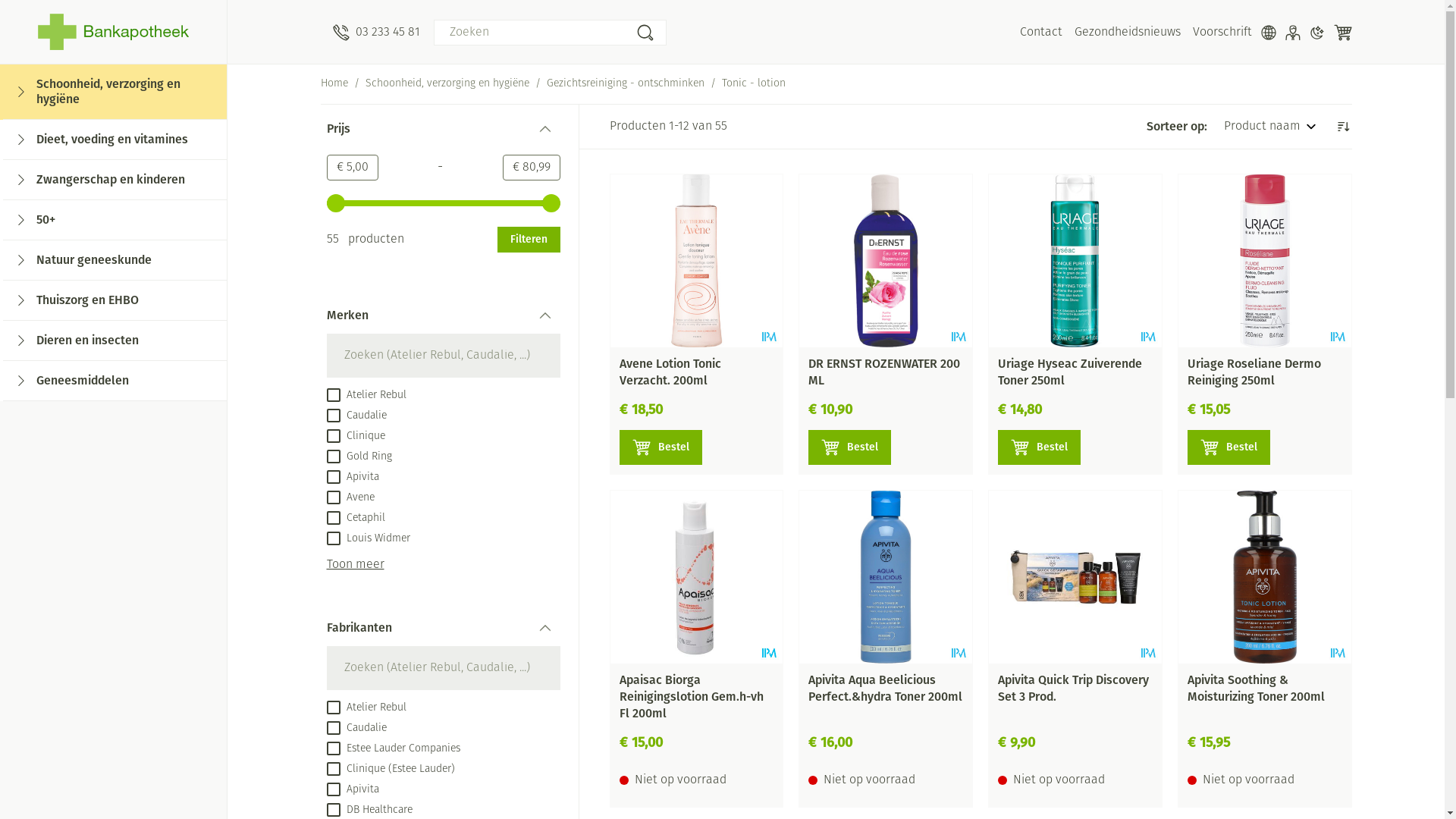 The image size is (1456, 819). What do you see at coordinates (695, 259) in the screenshot?
I see `'Avene Lotion Tonic Verzacht. 200ml'` at bounding box center [695, 259].